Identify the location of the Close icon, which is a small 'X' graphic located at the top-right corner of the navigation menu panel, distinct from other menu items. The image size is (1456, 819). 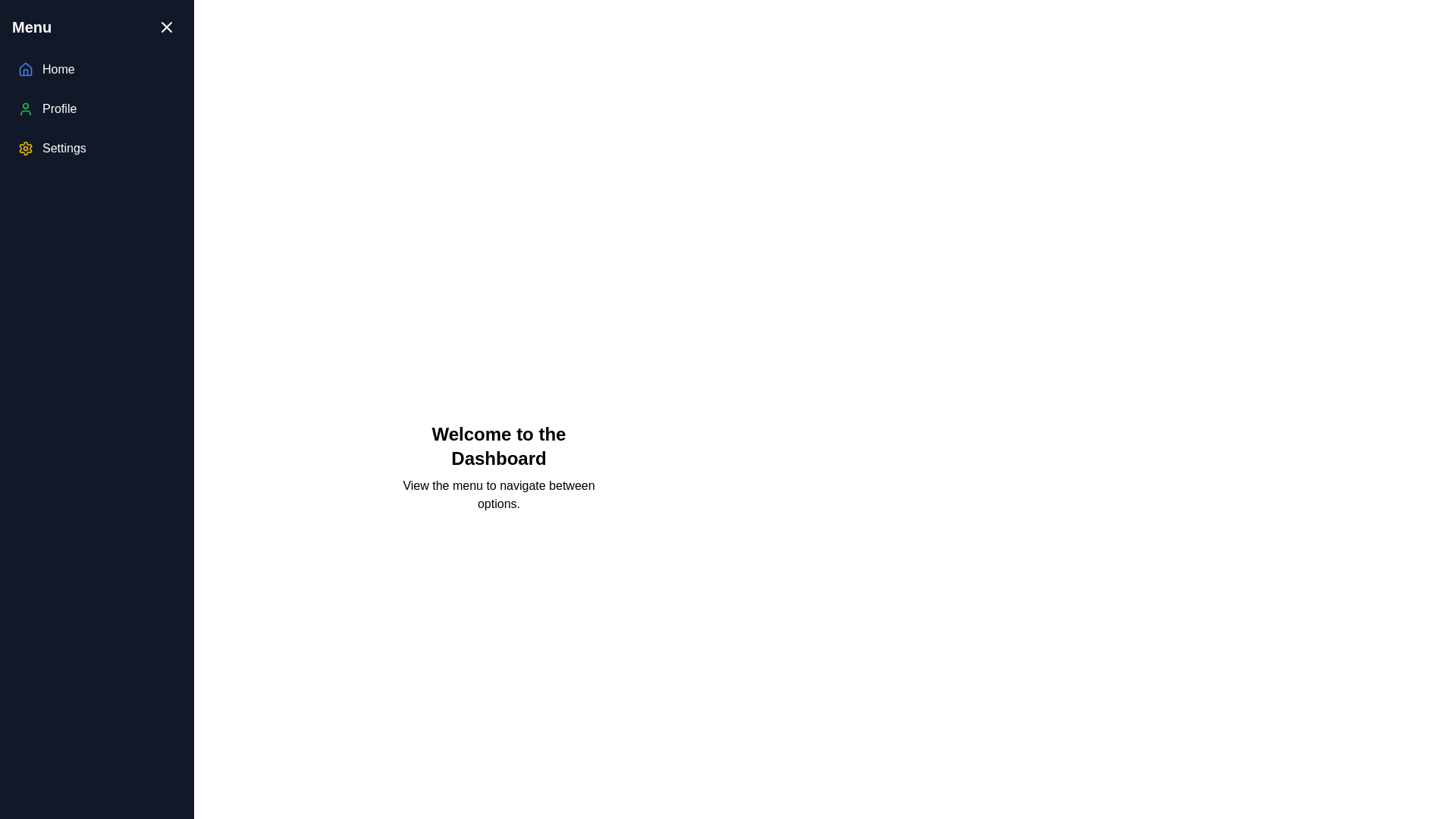
(167, 27).